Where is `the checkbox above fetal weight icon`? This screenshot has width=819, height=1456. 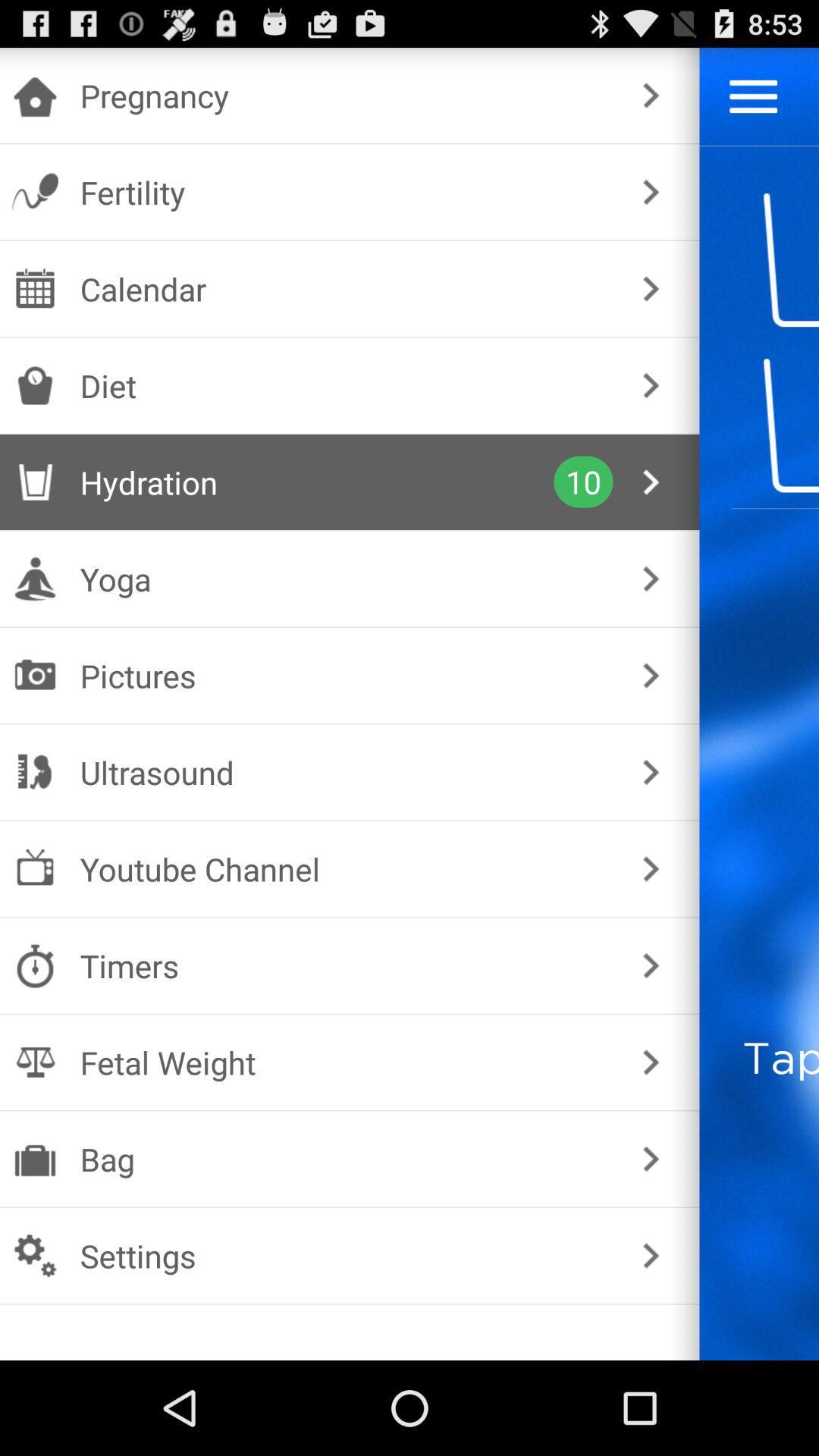 the checkbox above fetal weight icon is located at coordinates (347, 965).